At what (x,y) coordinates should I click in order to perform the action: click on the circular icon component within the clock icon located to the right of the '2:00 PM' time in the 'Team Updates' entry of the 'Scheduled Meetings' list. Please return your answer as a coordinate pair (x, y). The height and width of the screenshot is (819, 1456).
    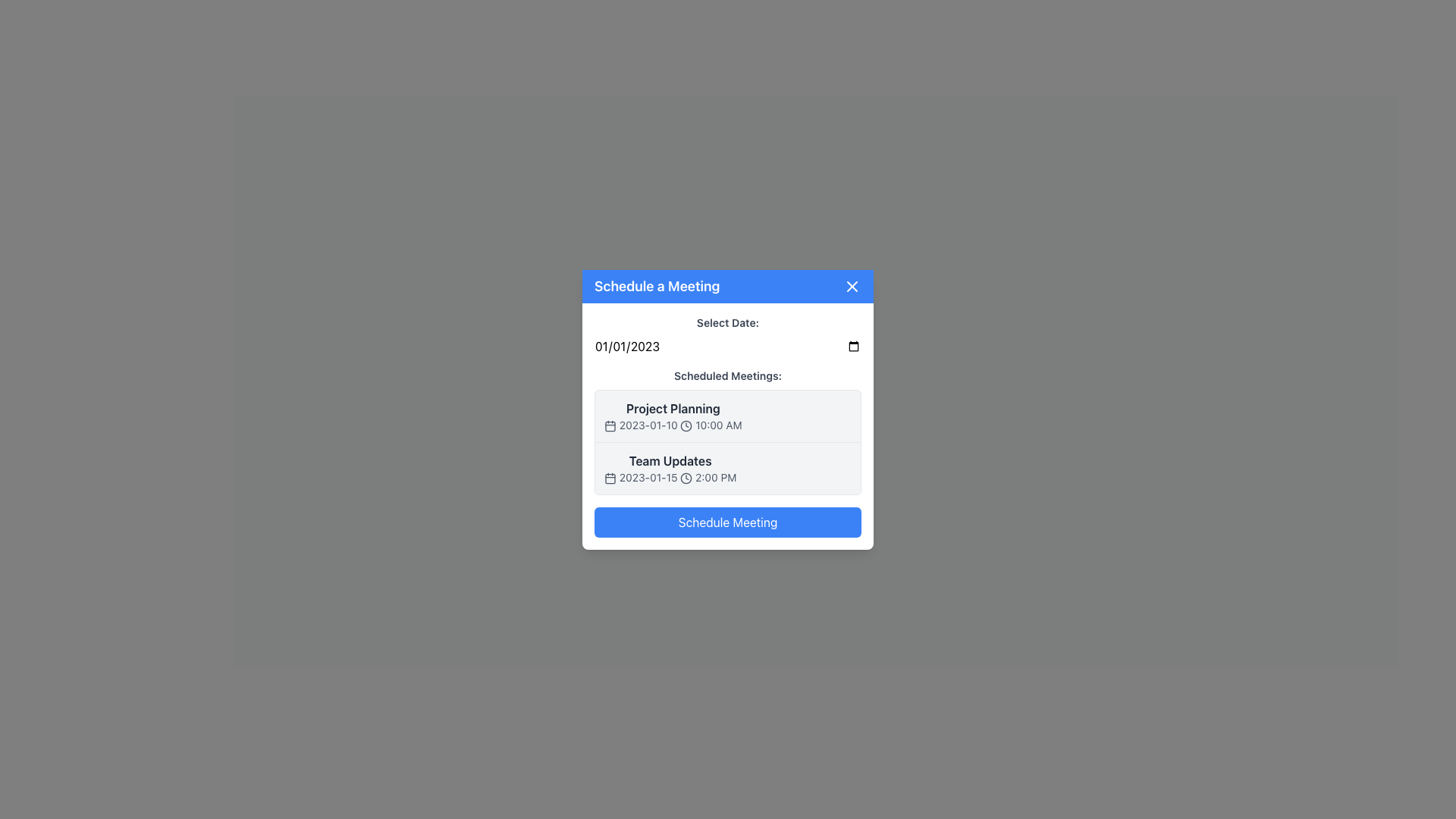
    Looking at the image, I should click on (686, 478).